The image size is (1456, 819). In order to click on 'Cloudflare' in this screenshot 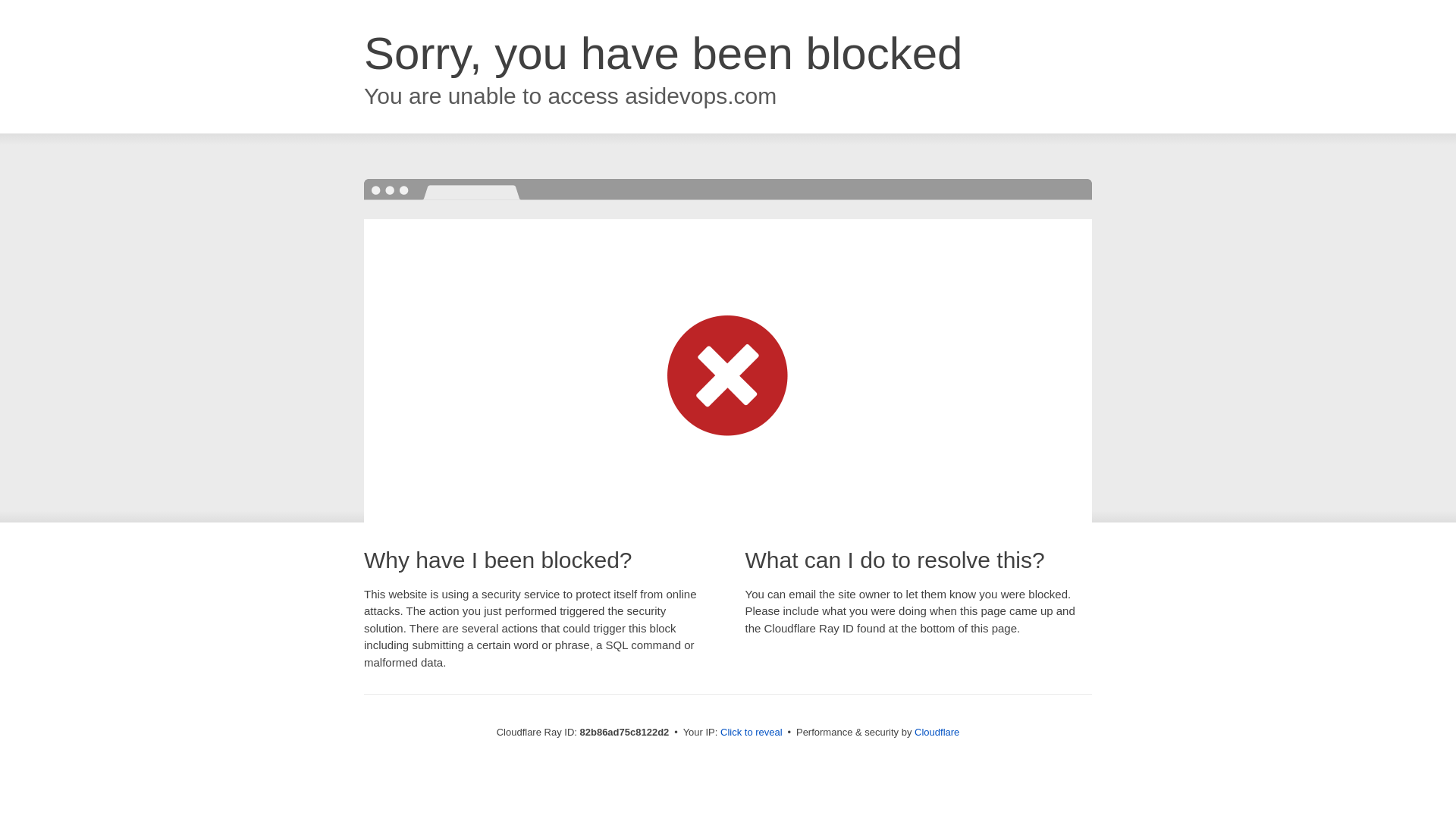, I will do `click(936, 731)`.